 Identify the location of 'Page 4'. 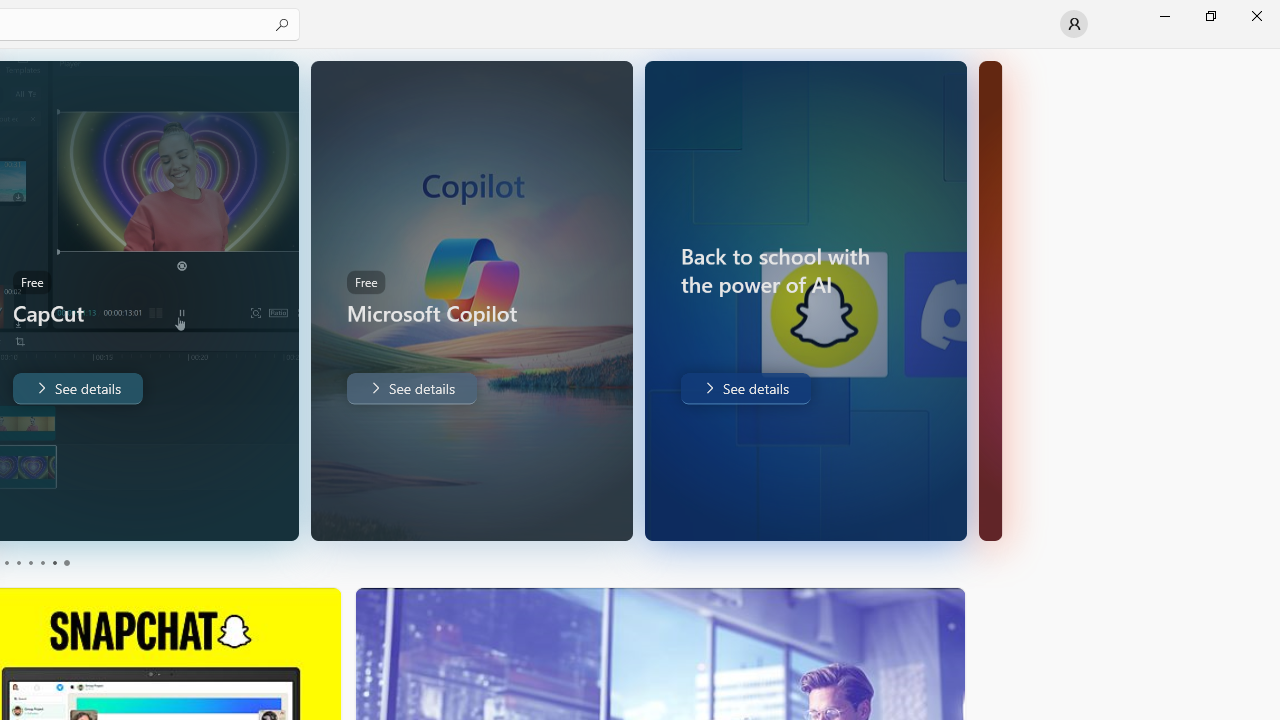
(42, 563).